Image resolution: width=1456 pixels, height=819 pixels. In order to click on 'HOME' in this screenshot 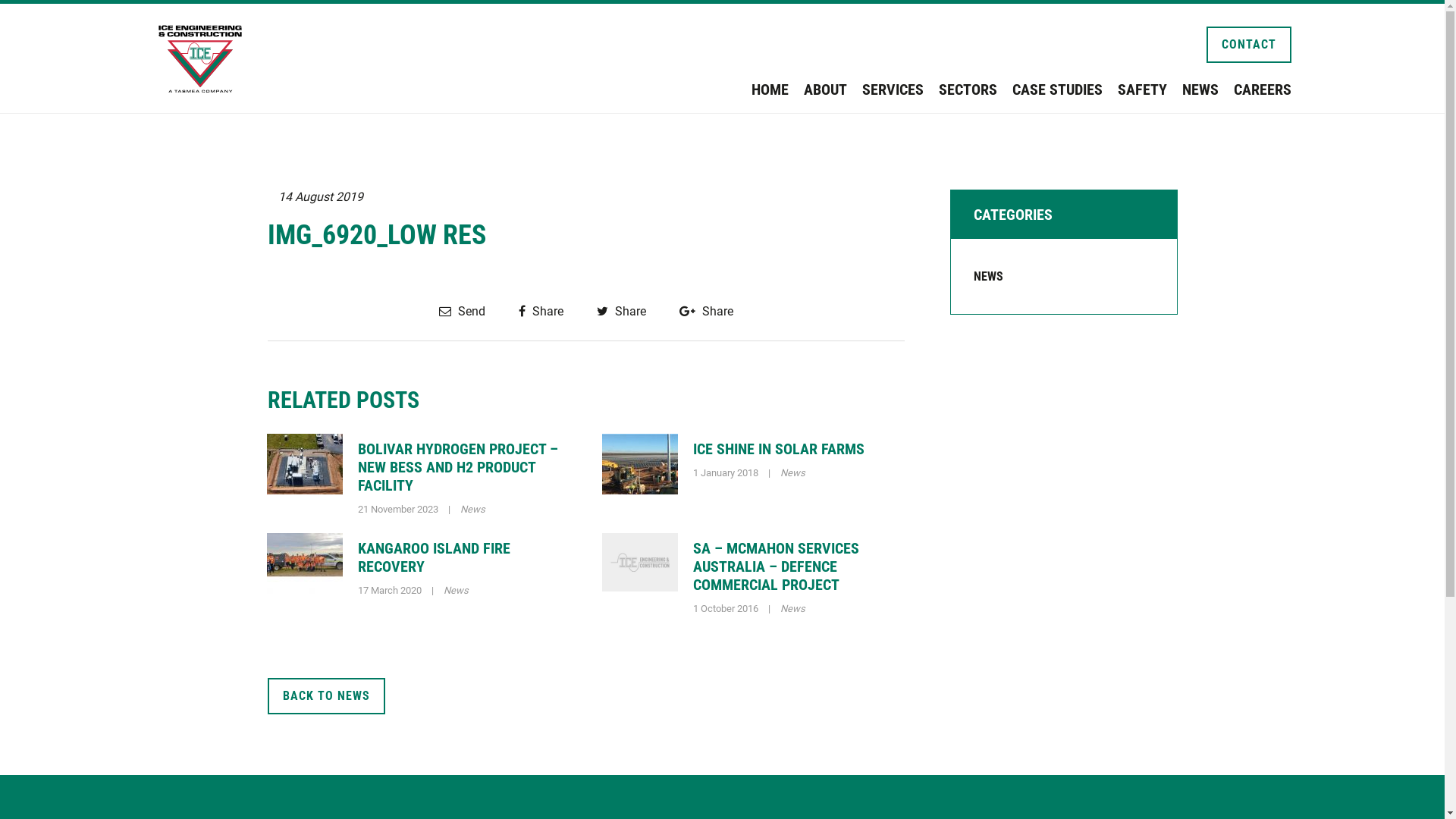, I will do `click(769, 89)`.